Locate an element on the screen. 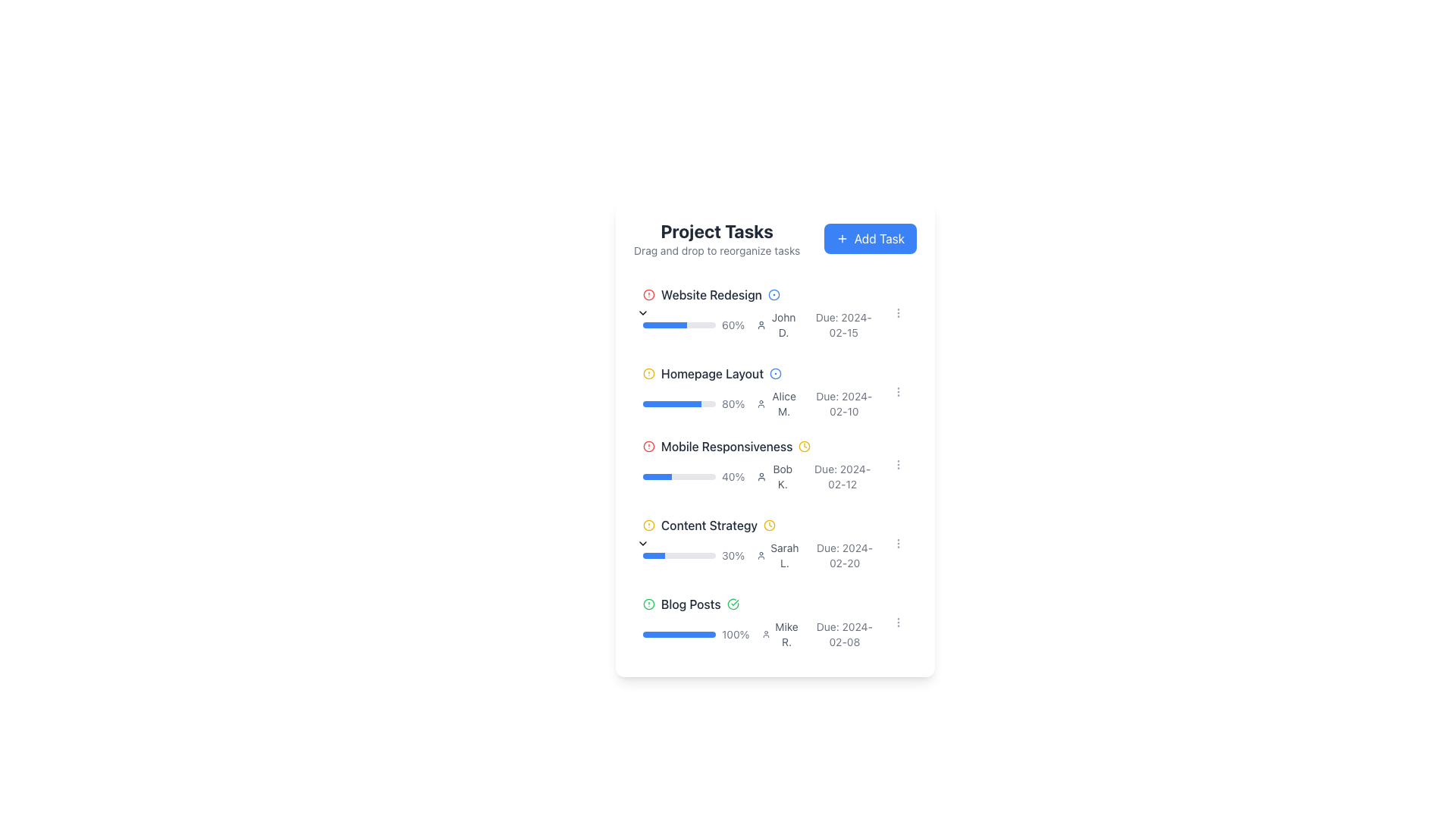 This screenshot has width=1456, height=819. progress is located at coordinates (663, 475).